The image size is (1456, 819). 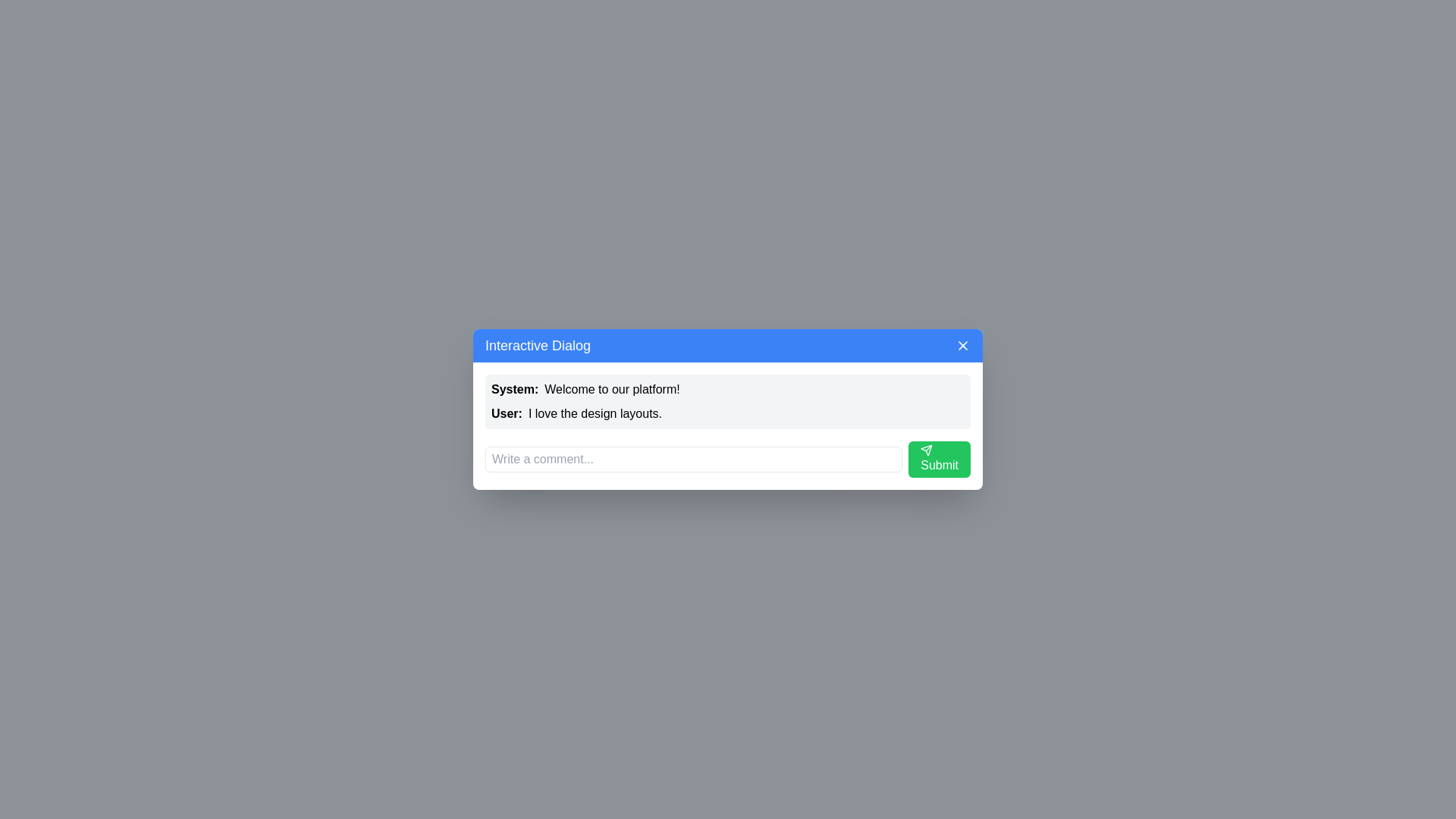 I want to click on the submit button to submit the comment, so click(x=938, y=458).